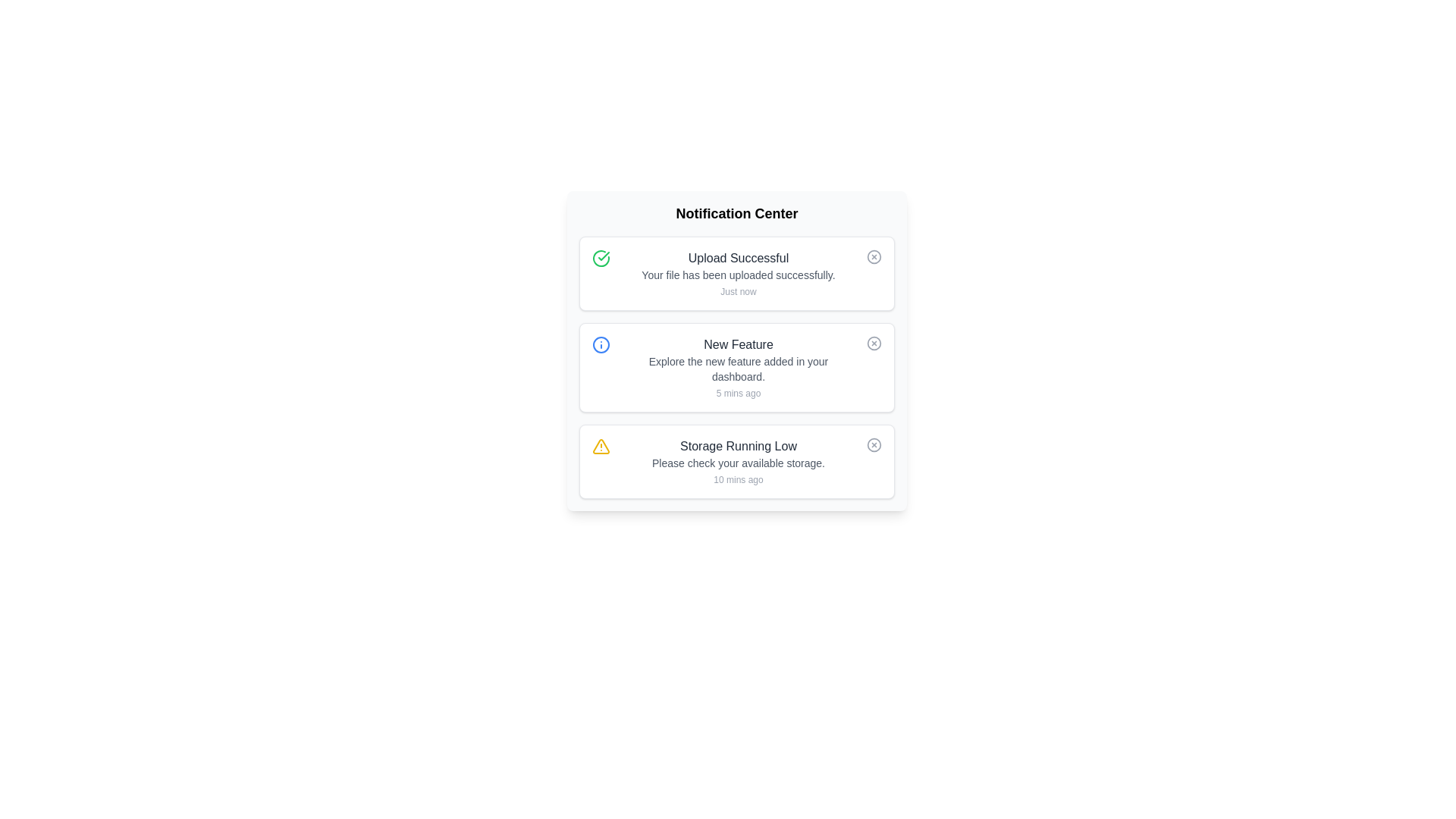 The image size is (1456, 819). What do you see at coordinates (739, 462) in the screenshot?
I see `text label that says 'Please check your available storage.' positioned below the title 'Storage Running Low' in the notification card` at bounding box center [739, 462].